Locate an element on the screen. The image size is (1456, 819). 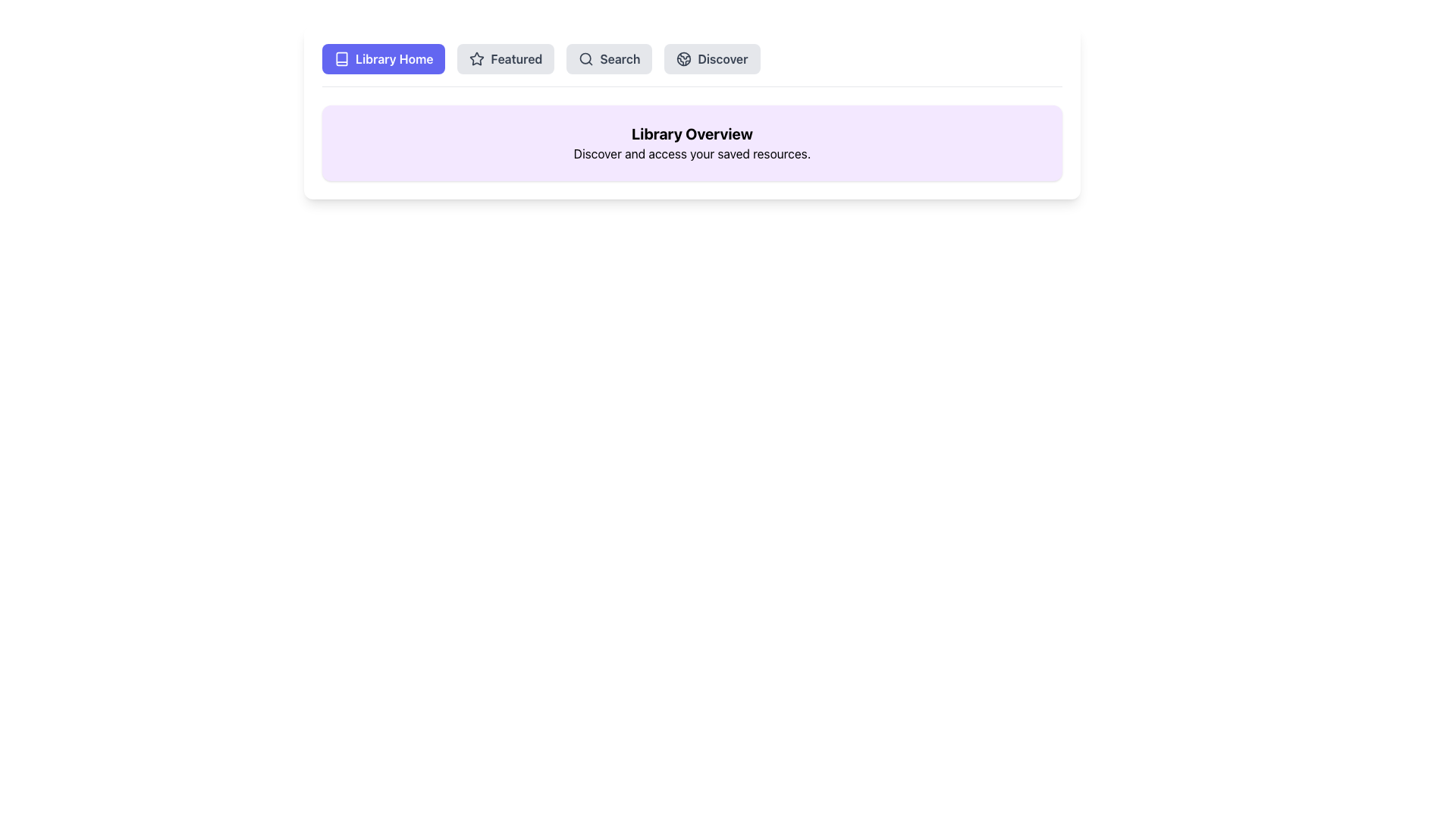
the 'Library Home' icon located at the leftmost side of the 'Library Home' button in the header section of the application is located at coordinates (341, 58).